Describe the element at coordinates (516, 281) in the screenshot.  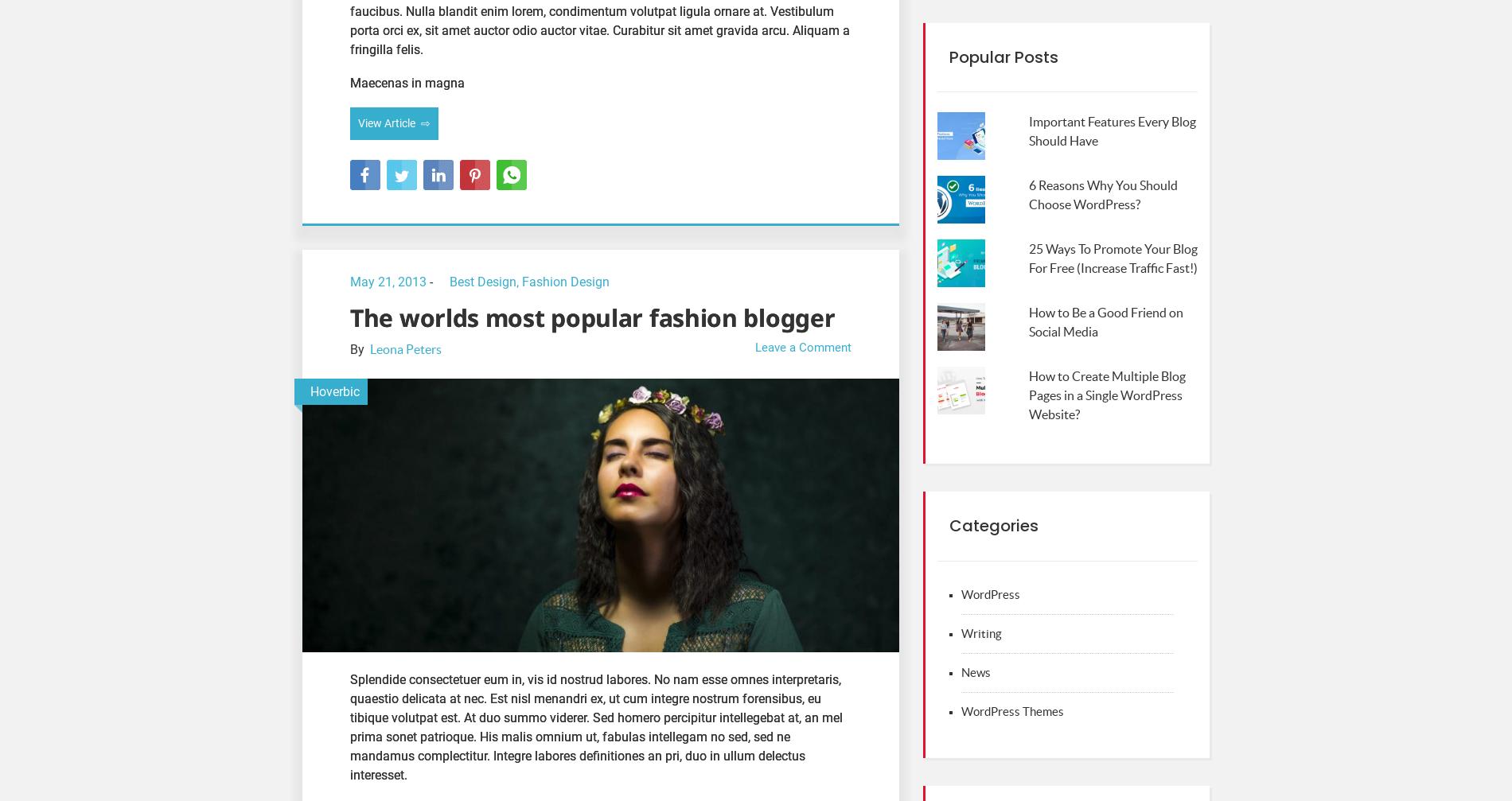
I see `','` at that location.